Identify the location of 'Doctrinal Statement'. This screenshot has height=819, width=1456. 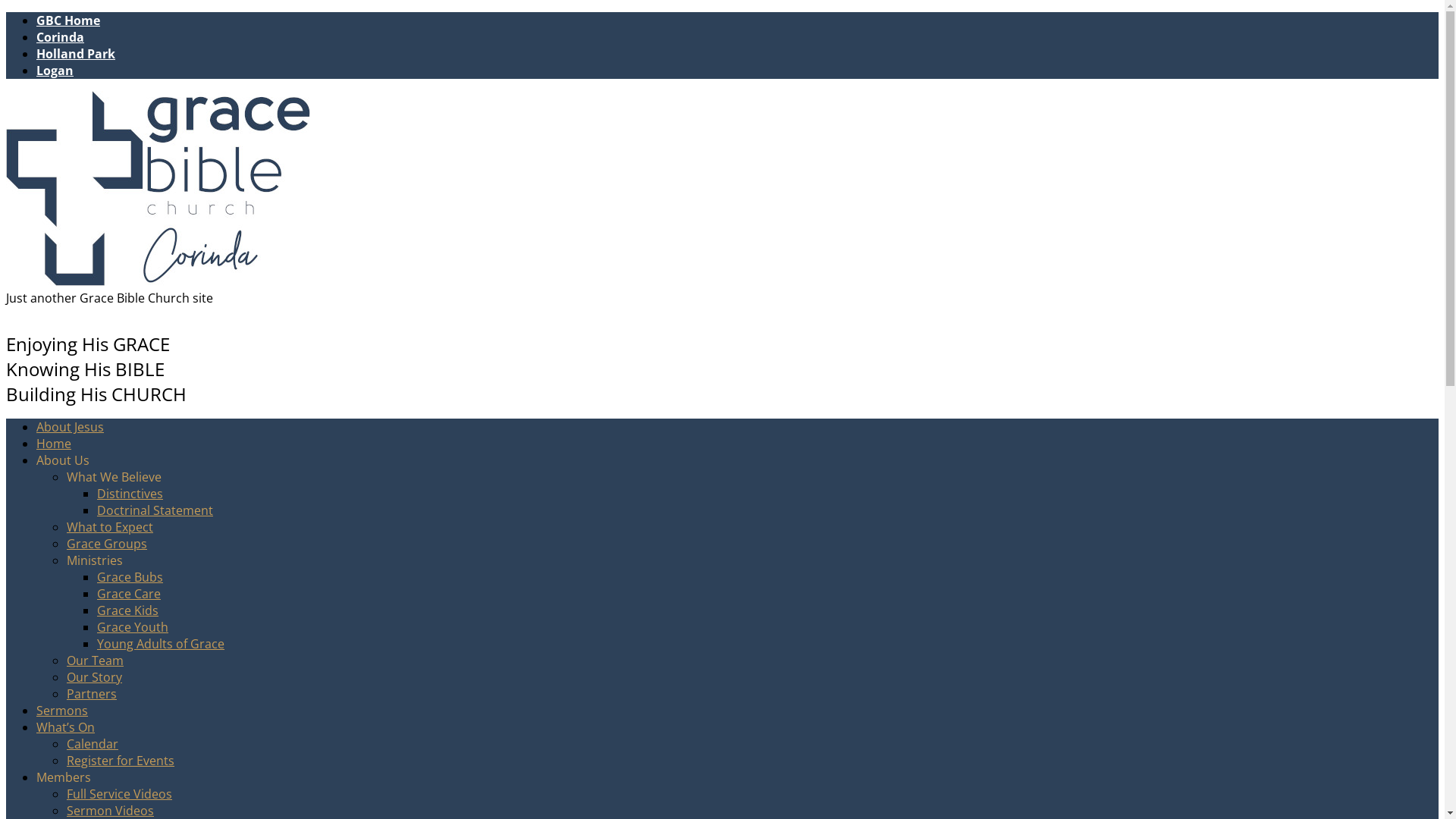
(155, 510).